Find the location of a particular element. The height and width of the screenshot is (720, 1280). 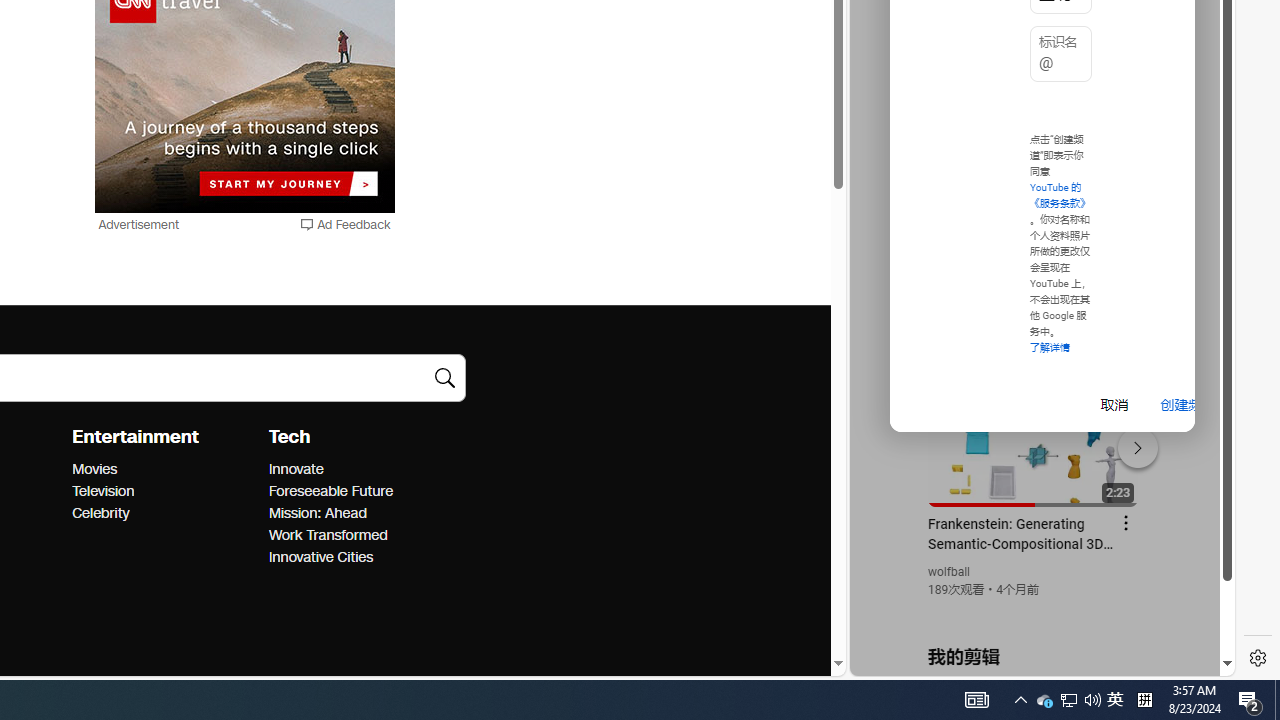

'Entertainment Celebrity' is located at coordinates (100, 512).